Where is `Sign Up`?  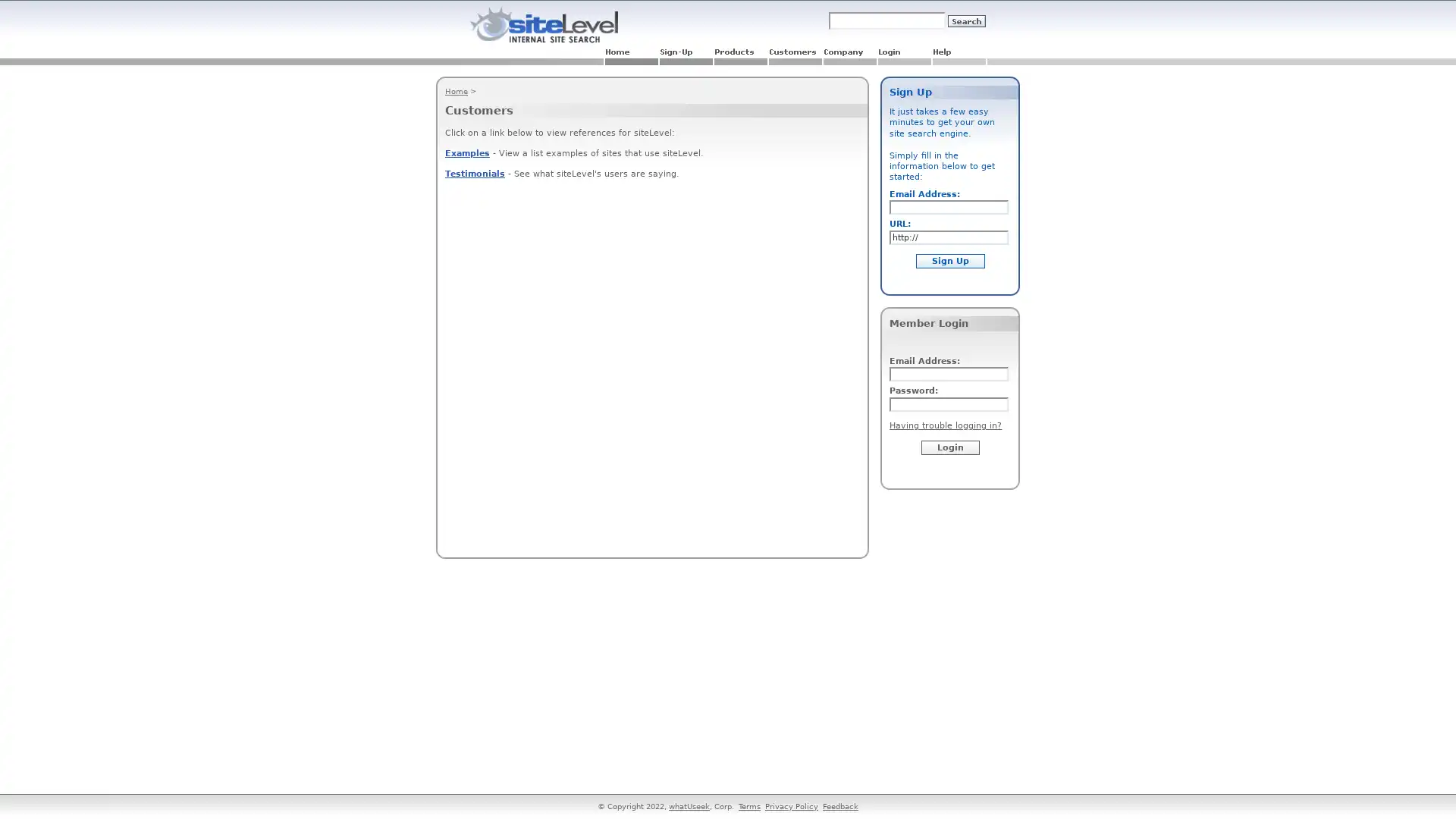
Sign Up is located at coordinates (949, 259).